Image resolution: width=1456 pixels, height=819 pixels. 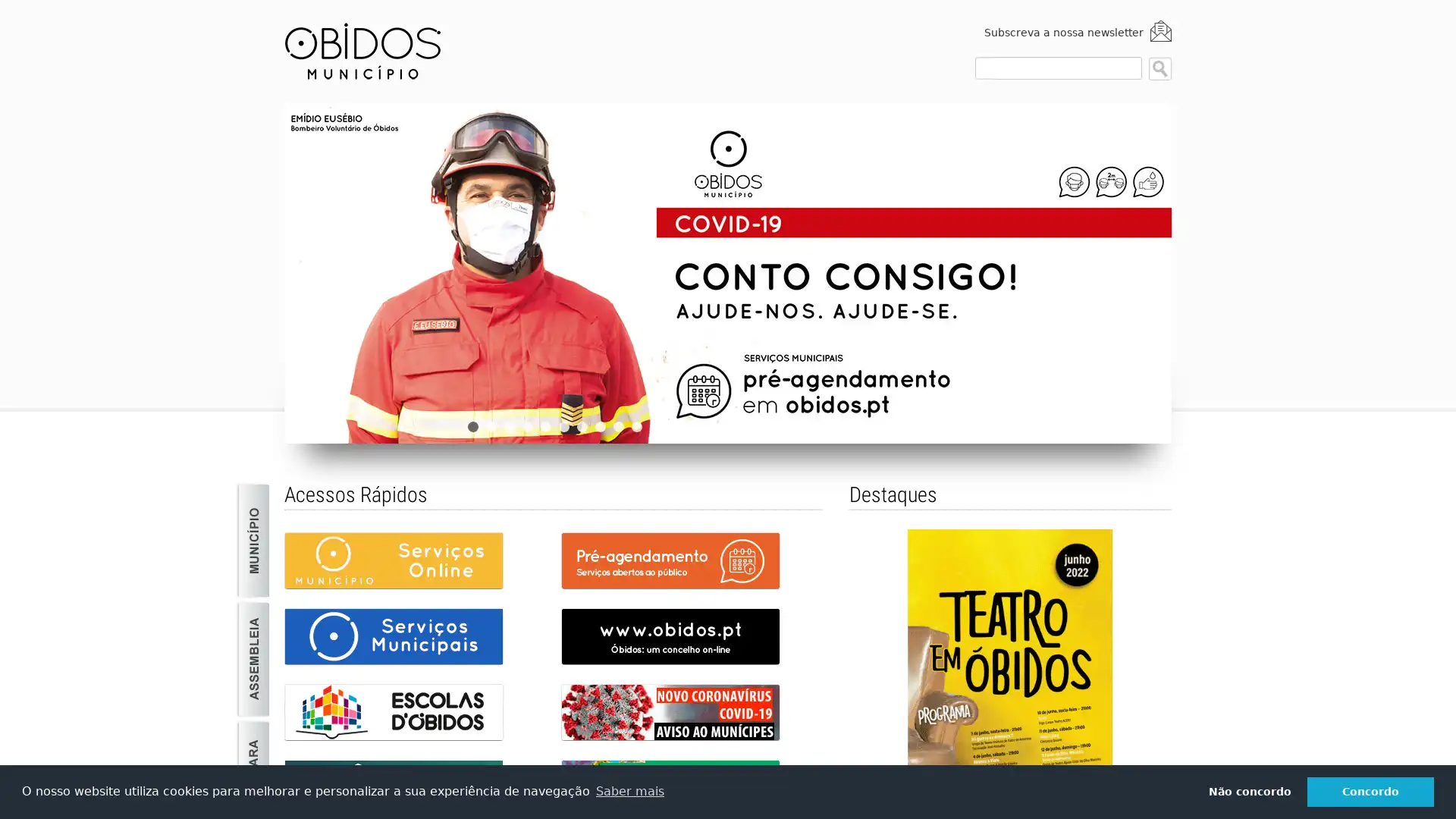 I want to click on learn more about cookies, so click(x=629, y=791).